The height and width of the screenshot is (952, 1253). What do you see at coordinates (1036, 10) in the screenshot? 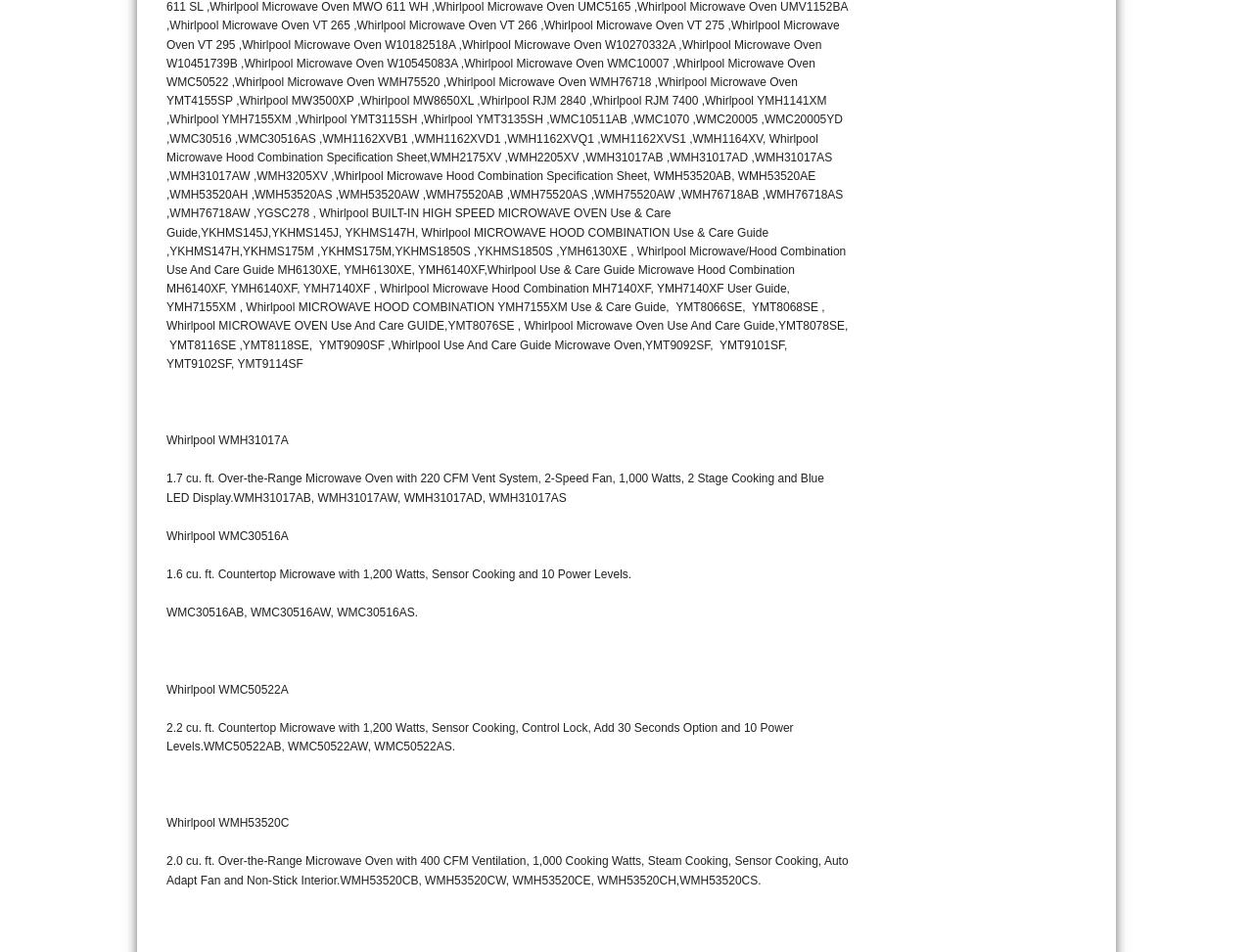
I see `'10273'` at bounding box center [1036, 10].